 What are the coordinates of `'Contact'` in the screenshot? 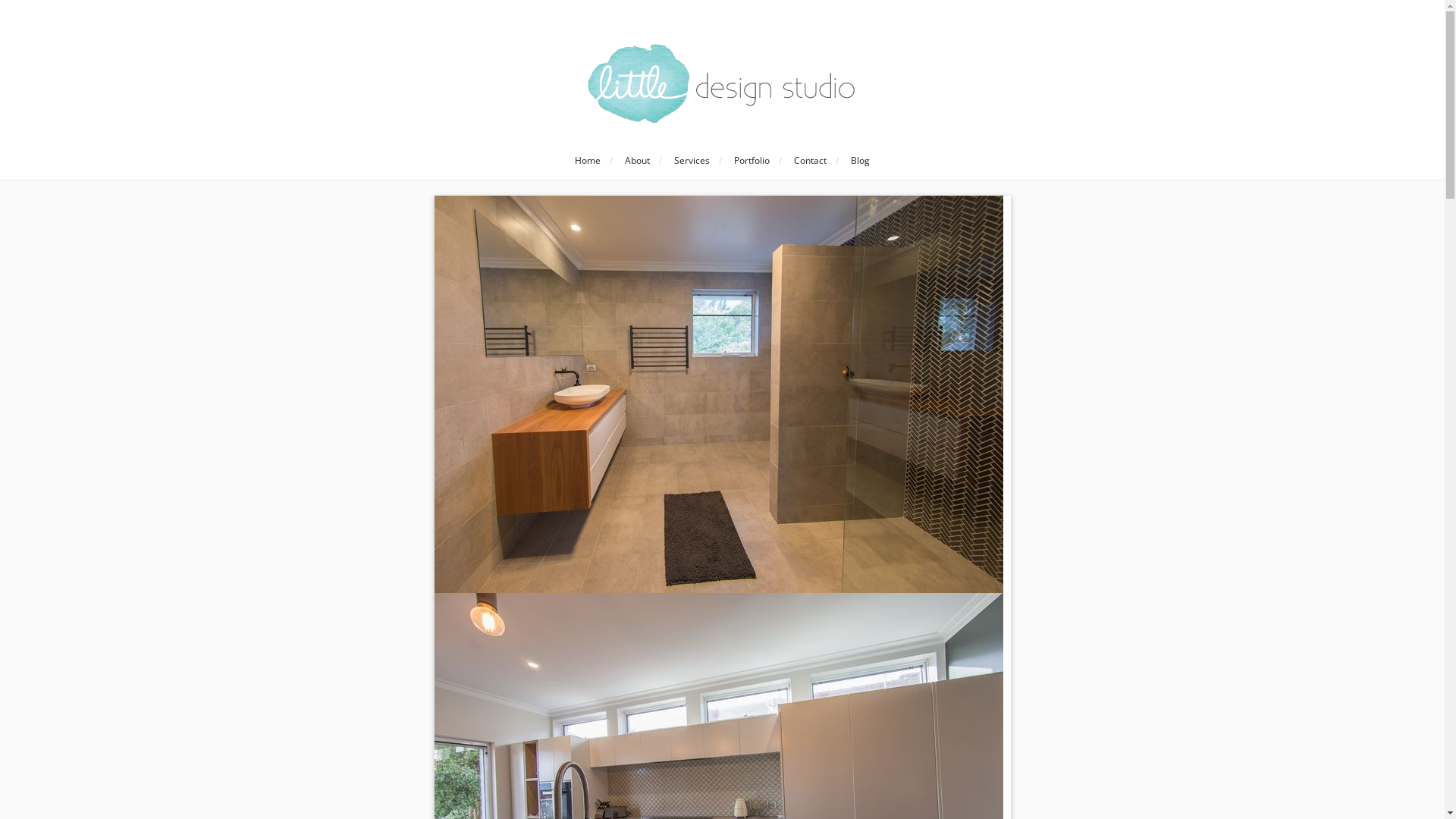 It's located at (809, 161).